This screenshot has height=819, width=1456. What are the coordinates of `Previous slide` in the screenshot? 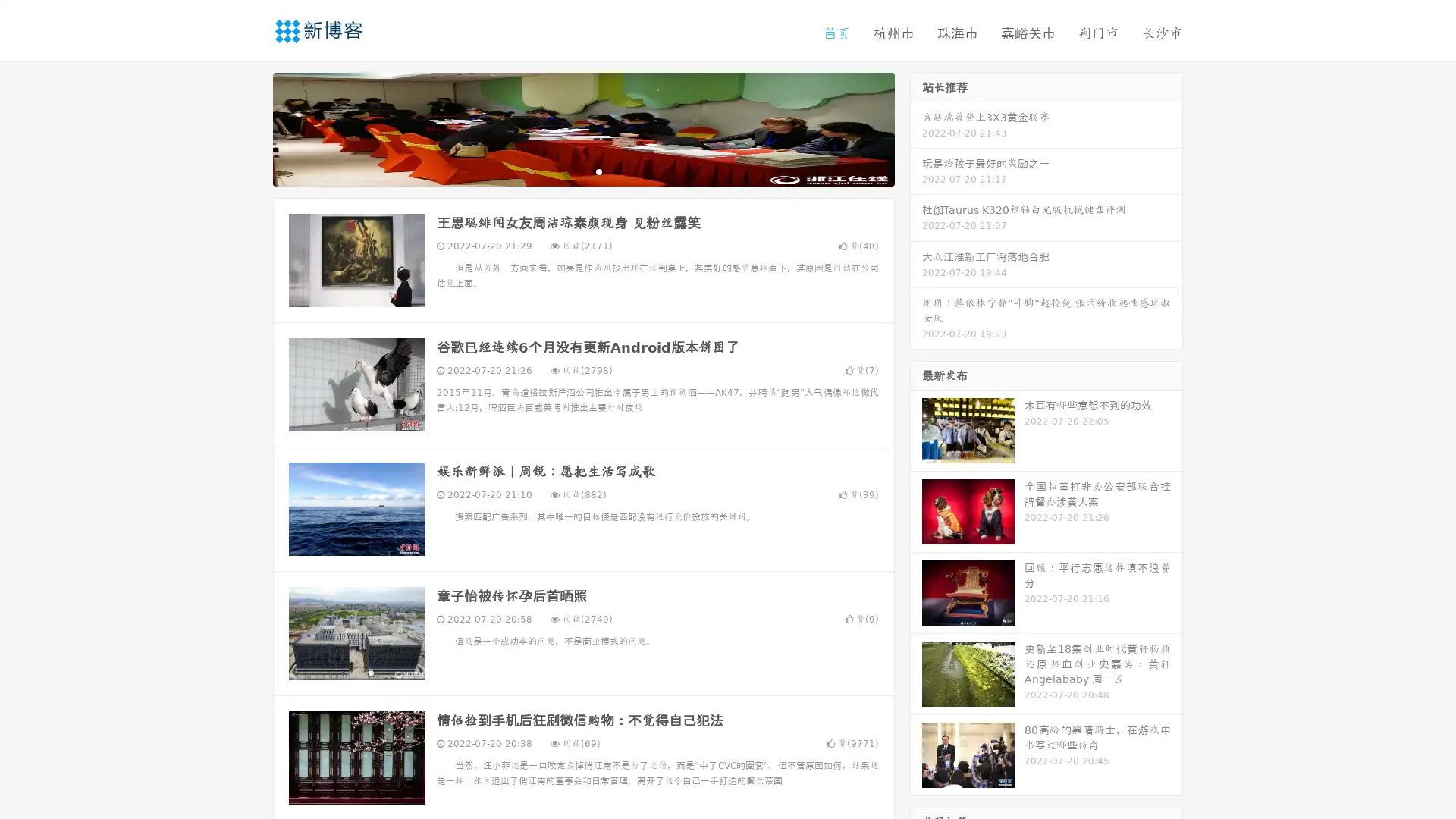 It's located at (250, 127).